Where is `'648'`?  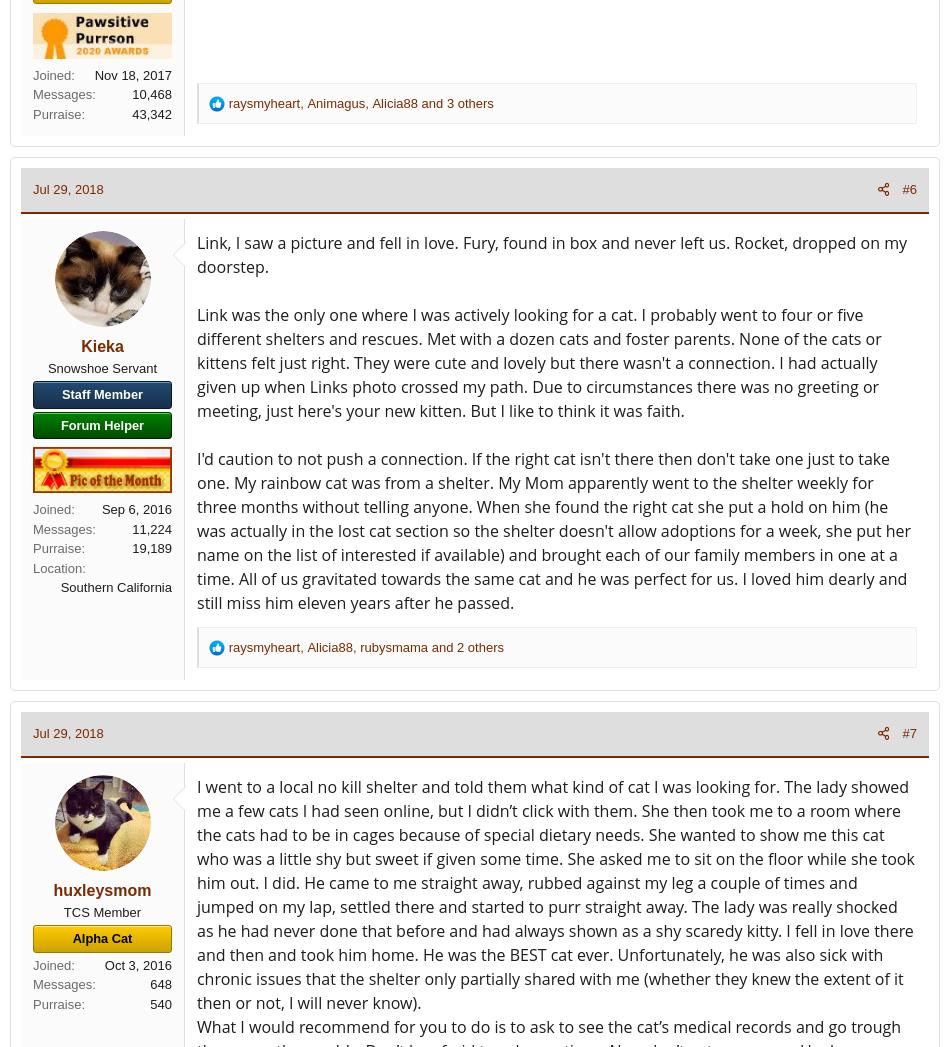 '648' is located at coordinates (161, 983).